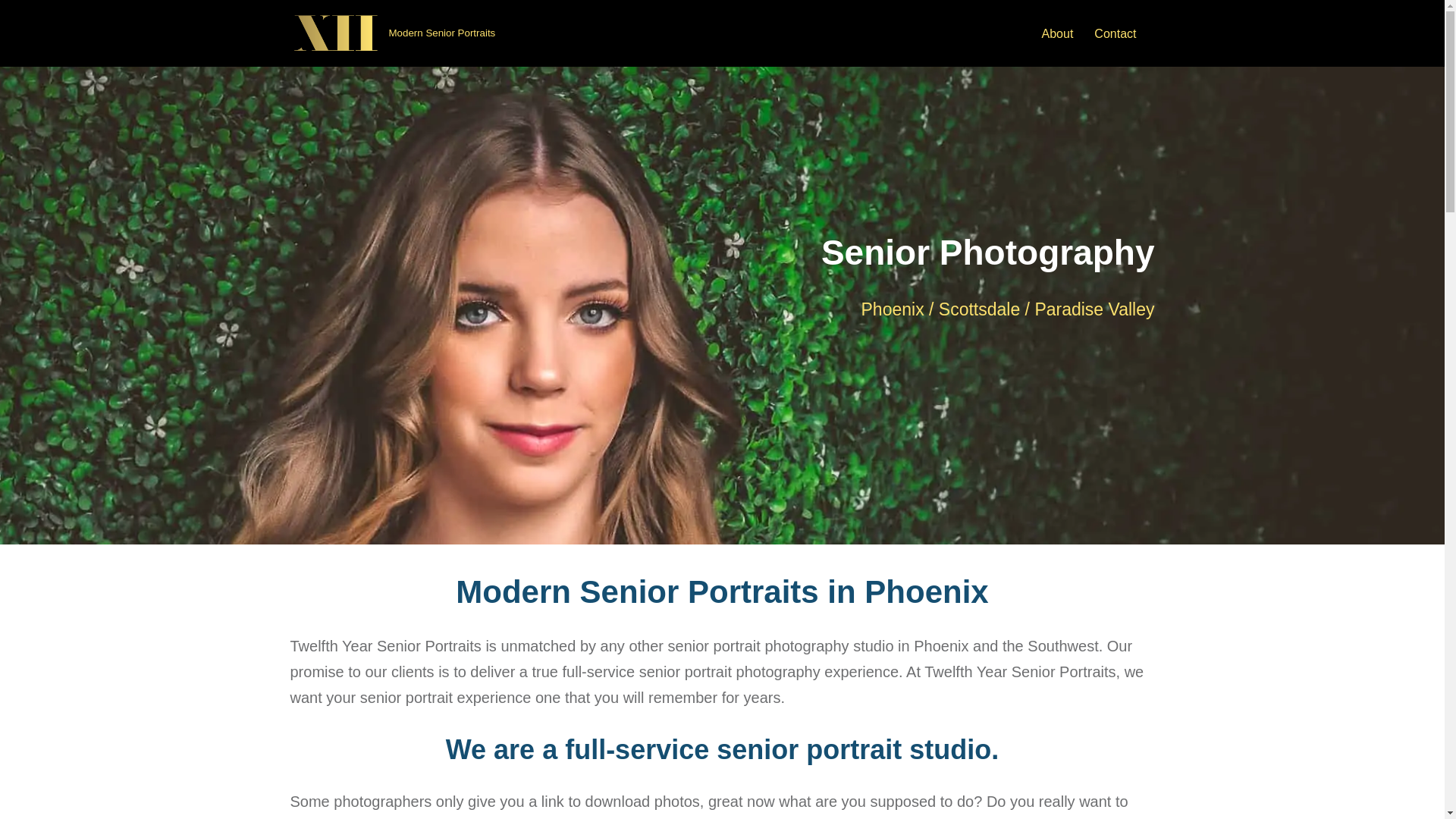 The width and height of the screenshot is (1456, 819). I want to click on 'Modern Senior Portraits', so click(392, 33).